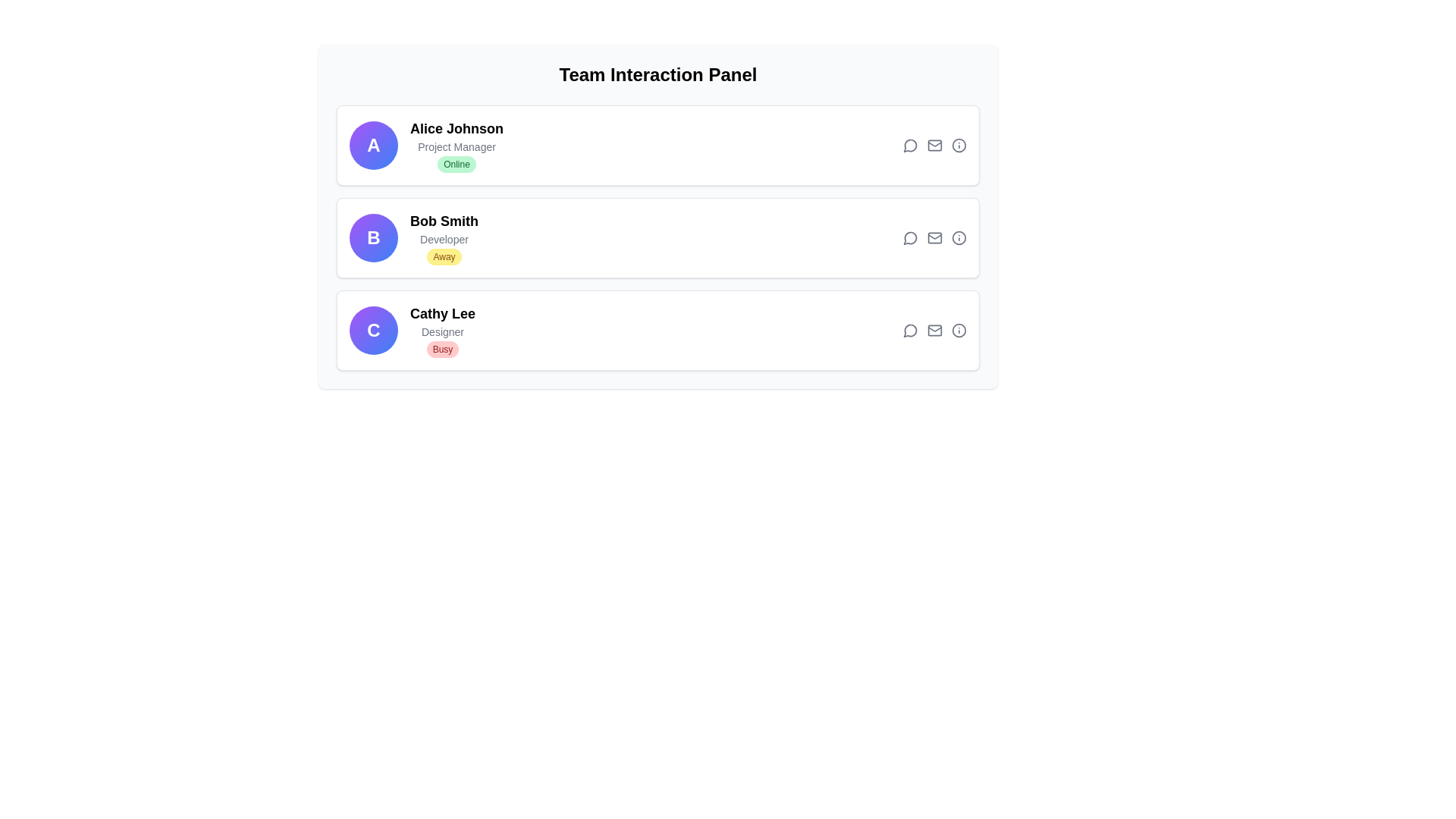  I want to click on the Text and label element representing user Cathy Lee, which is identified by a circular icon with a bold 'C' on the left, located below 'Bob Smith', so click(442, 329).